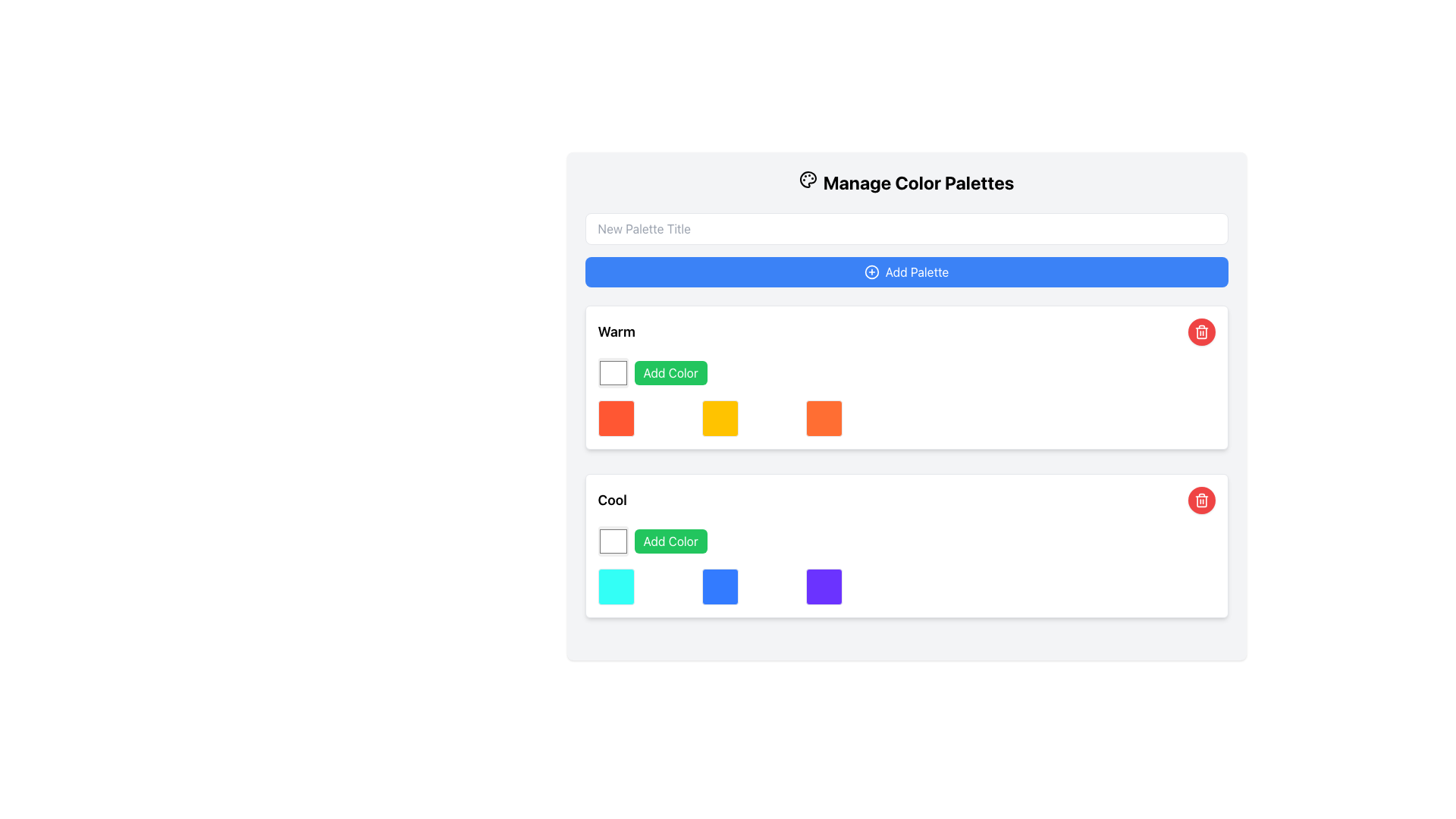 This screenshot has height=819, width=1456. I want to click on the button used to add a new palette, located below the 'New Palette Title' text input field and above the 'Warm' section, so click(906, 271).